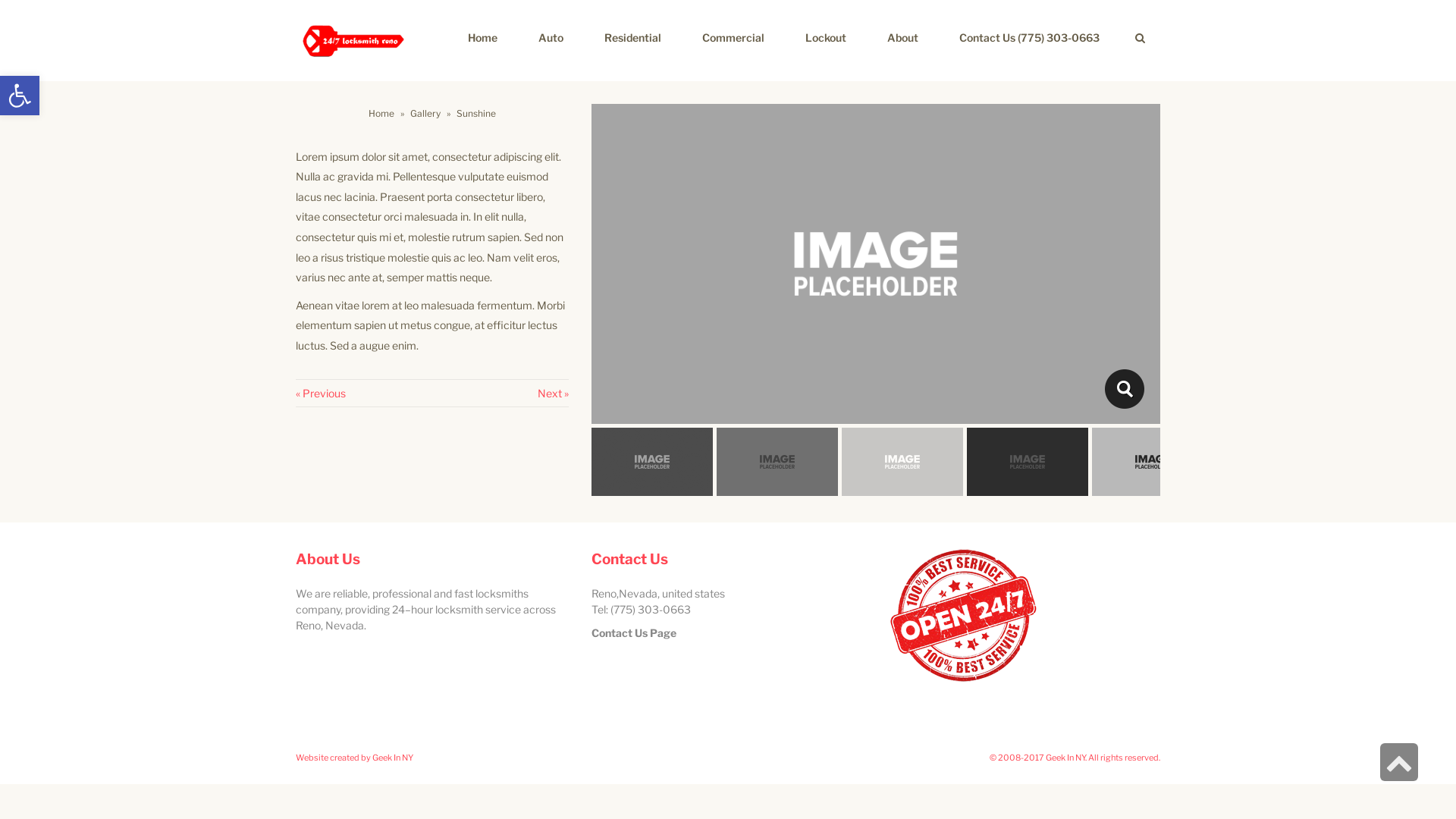 This screenshot has height=819, width=1456. Describe the element at coordinates (393, 758) in the screenshot. I see `'Geek In NY'` at that location.